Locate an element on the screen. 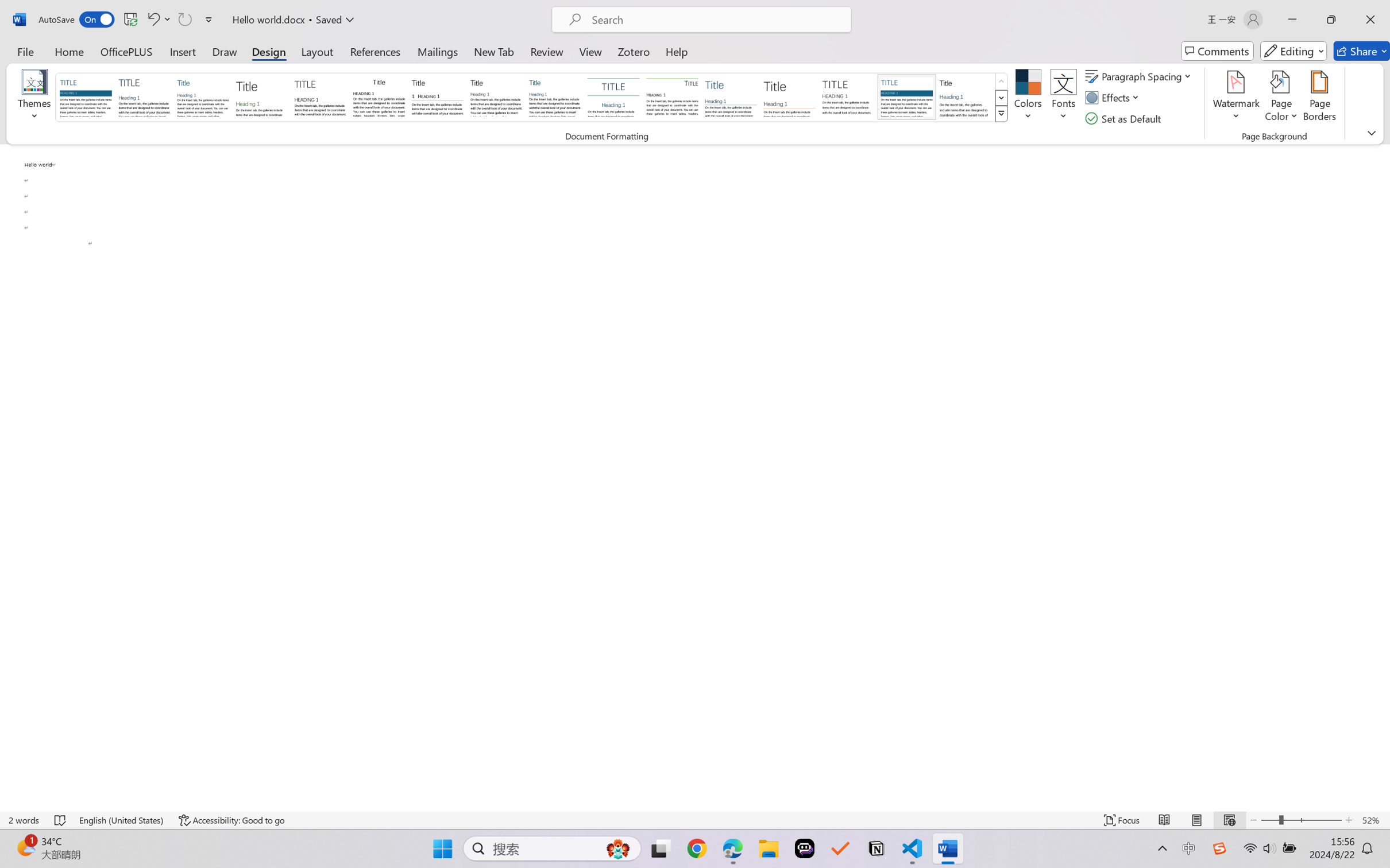  'Black & White (Numbered)' is located at coordinates (438, 96).